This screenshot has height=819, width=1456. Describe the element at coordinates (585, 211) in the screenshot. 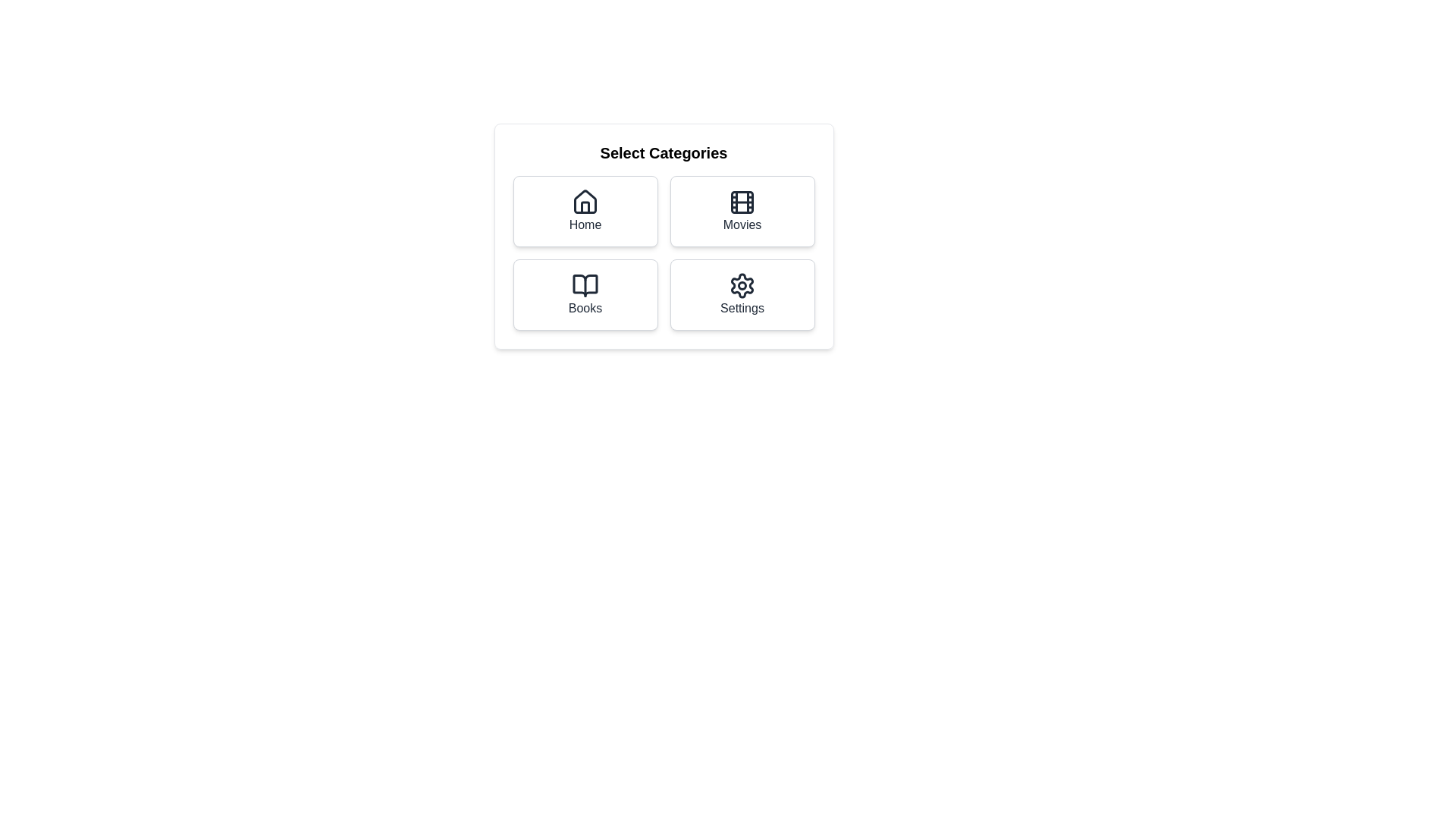

I see `the category Home` at that location.